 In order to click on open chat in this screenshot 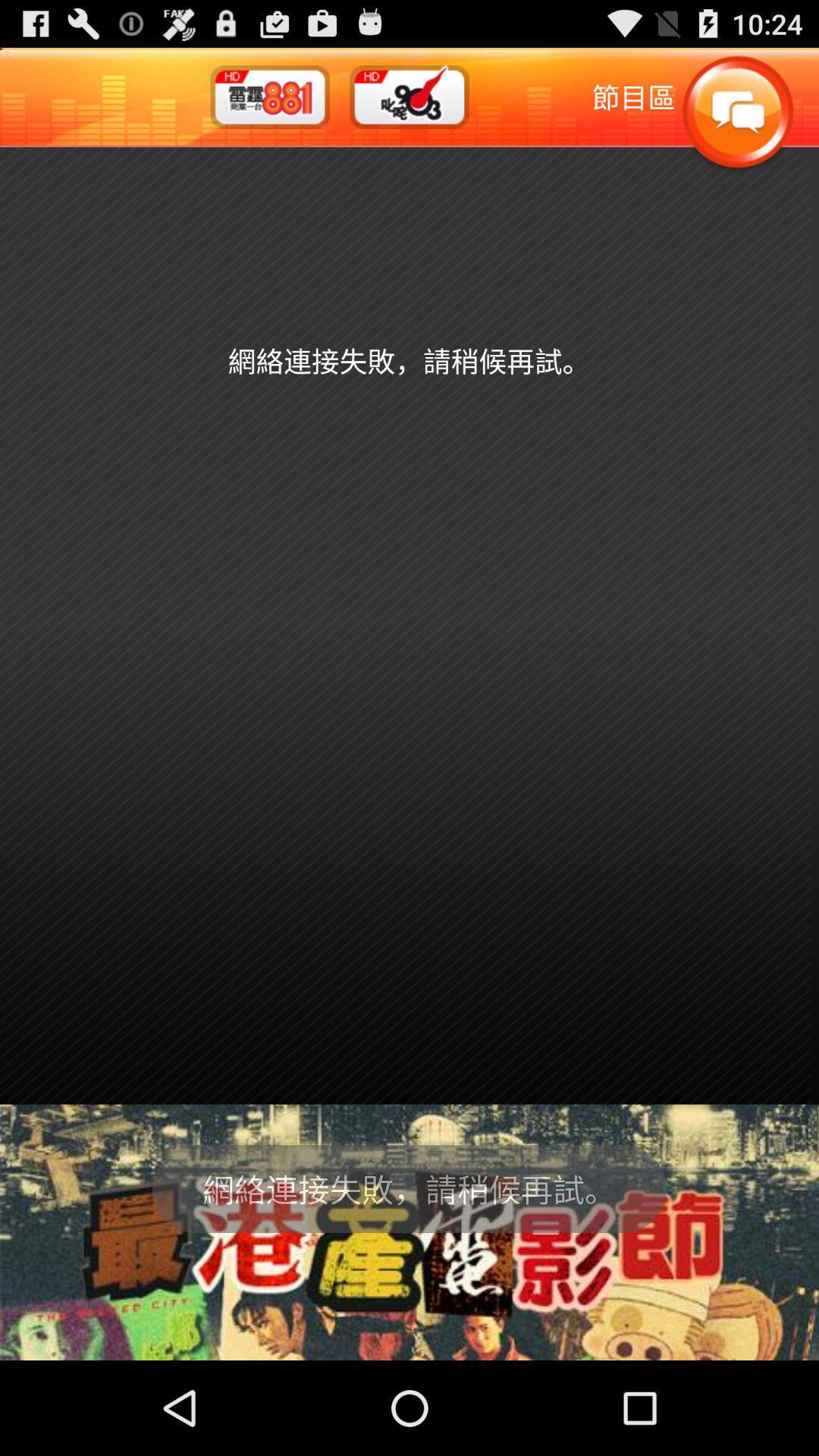, I will do `click(736, 112)`.